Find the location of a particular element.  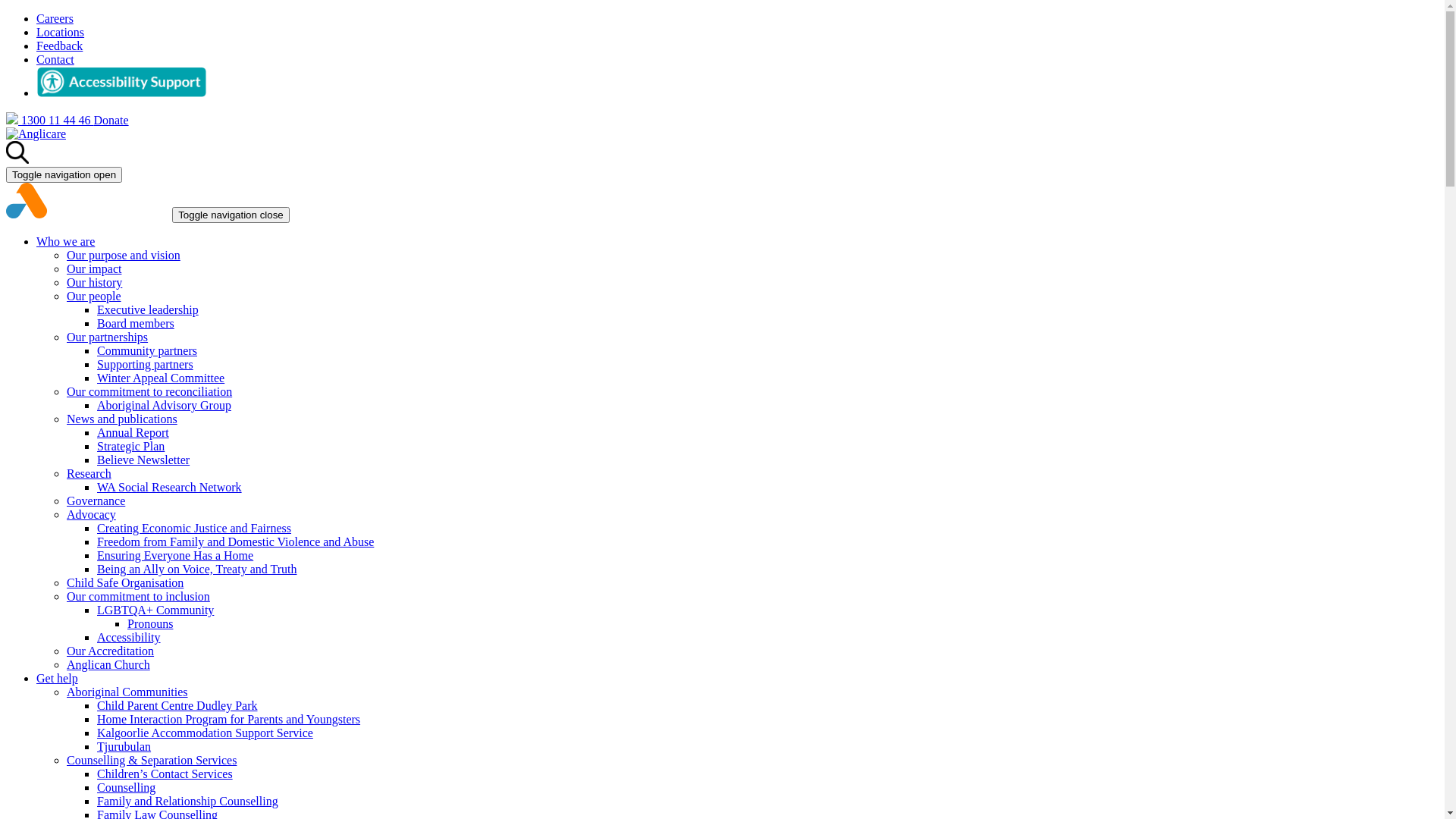

'Our impact' is located at coordinates (93, 268).